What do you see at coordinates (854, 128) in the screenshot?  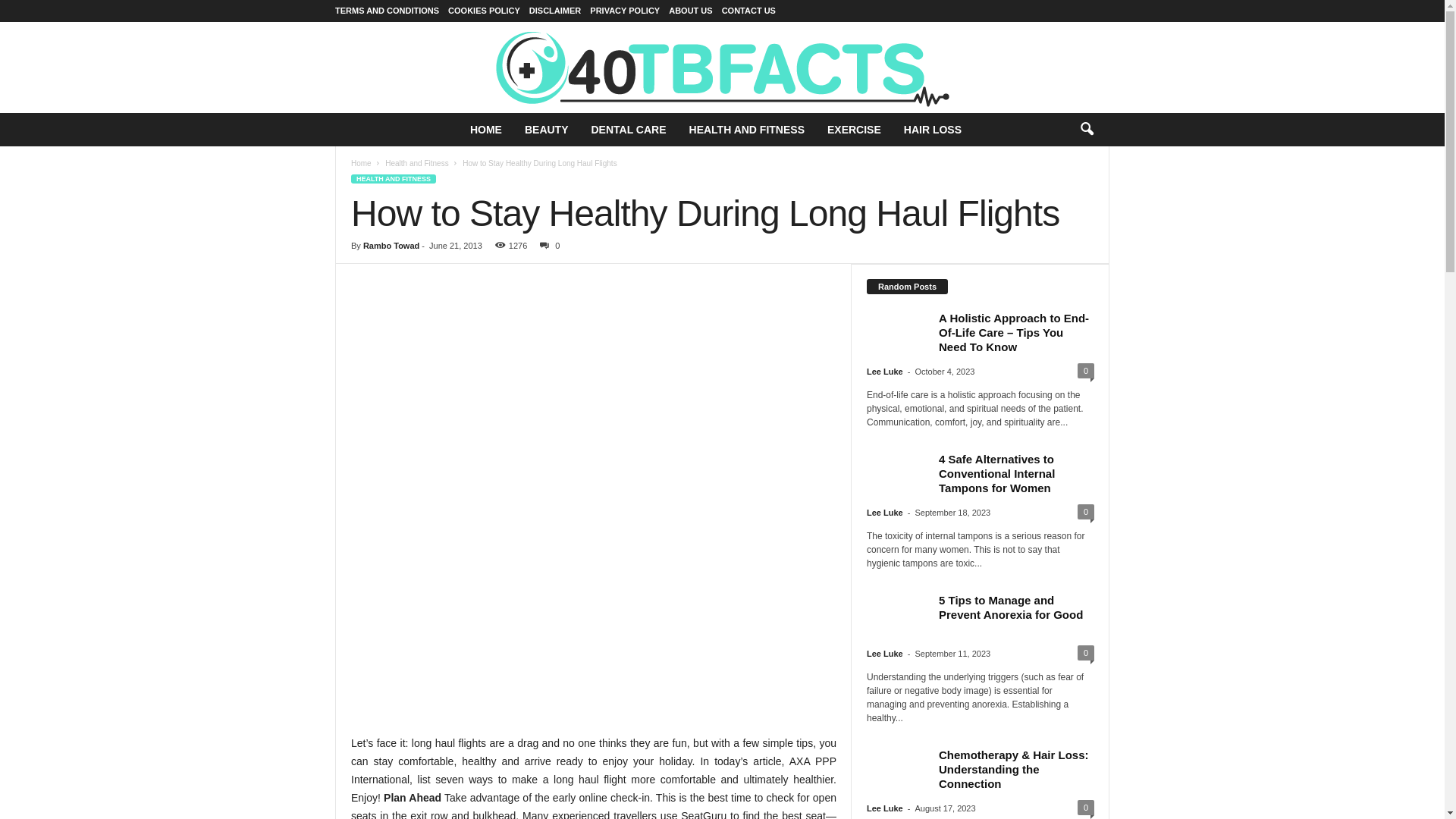 I see `'EXERCISE'` at bounding box center [854, 128].